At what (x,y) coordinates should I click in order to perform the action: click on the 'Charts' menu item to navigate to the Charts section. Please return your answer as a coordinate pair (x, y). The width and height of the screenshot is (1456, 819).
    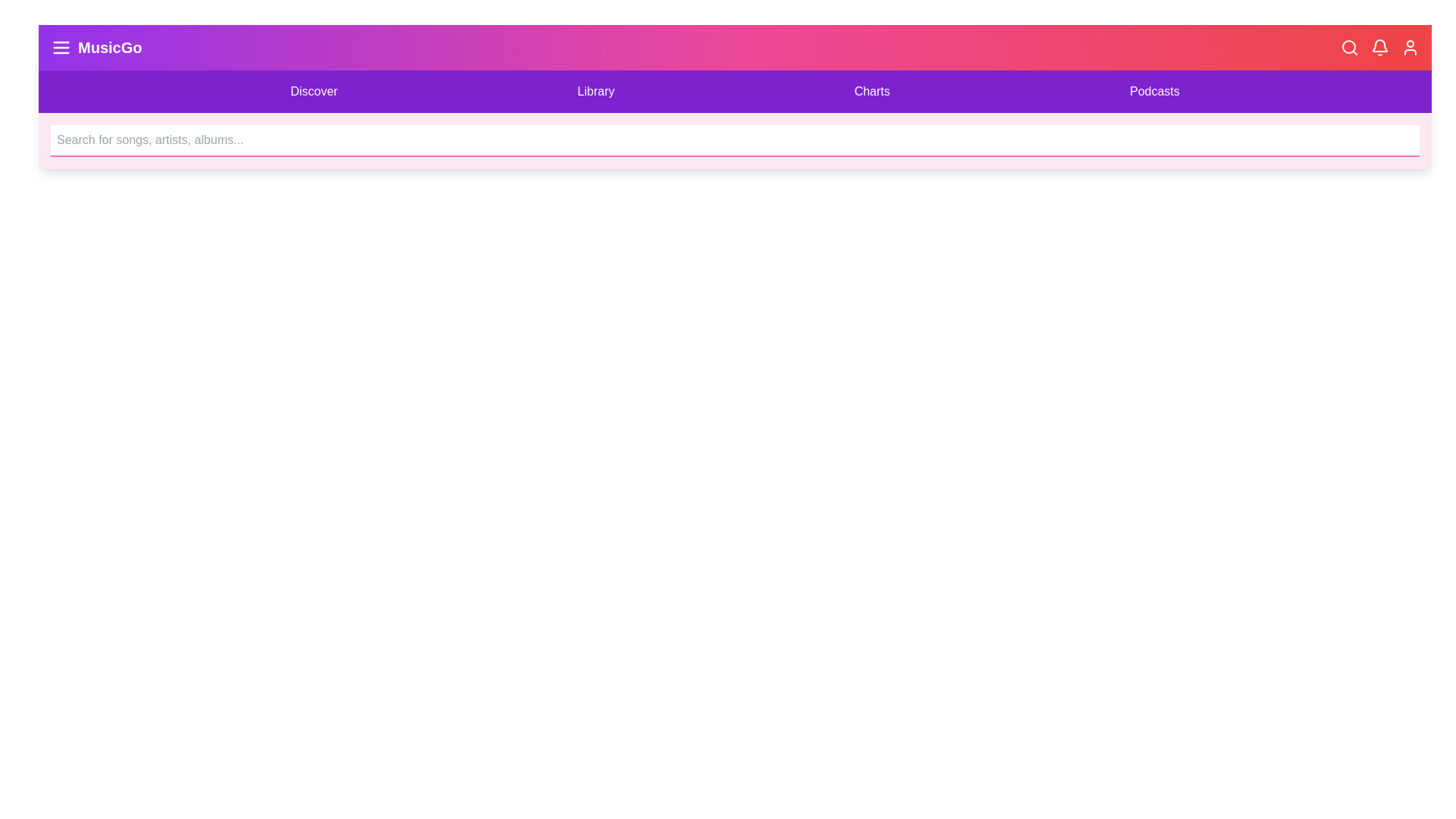
    Looking at the image, I should click on (872, 91).